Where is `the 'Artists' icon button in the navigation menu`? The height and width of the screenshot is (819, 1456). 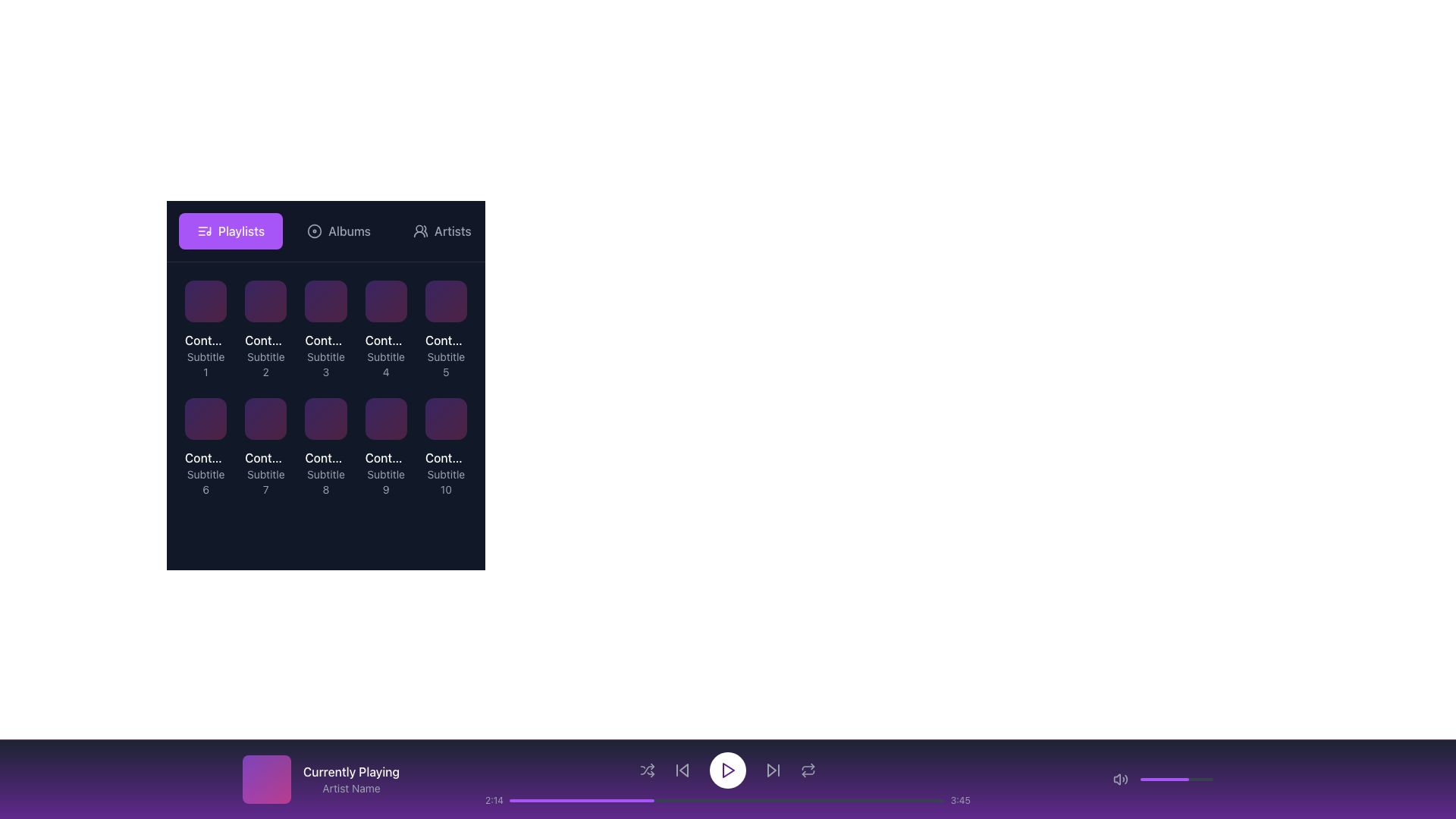
the 'Artists' icon button in the navigation menu is located at coordinates (421, 231).